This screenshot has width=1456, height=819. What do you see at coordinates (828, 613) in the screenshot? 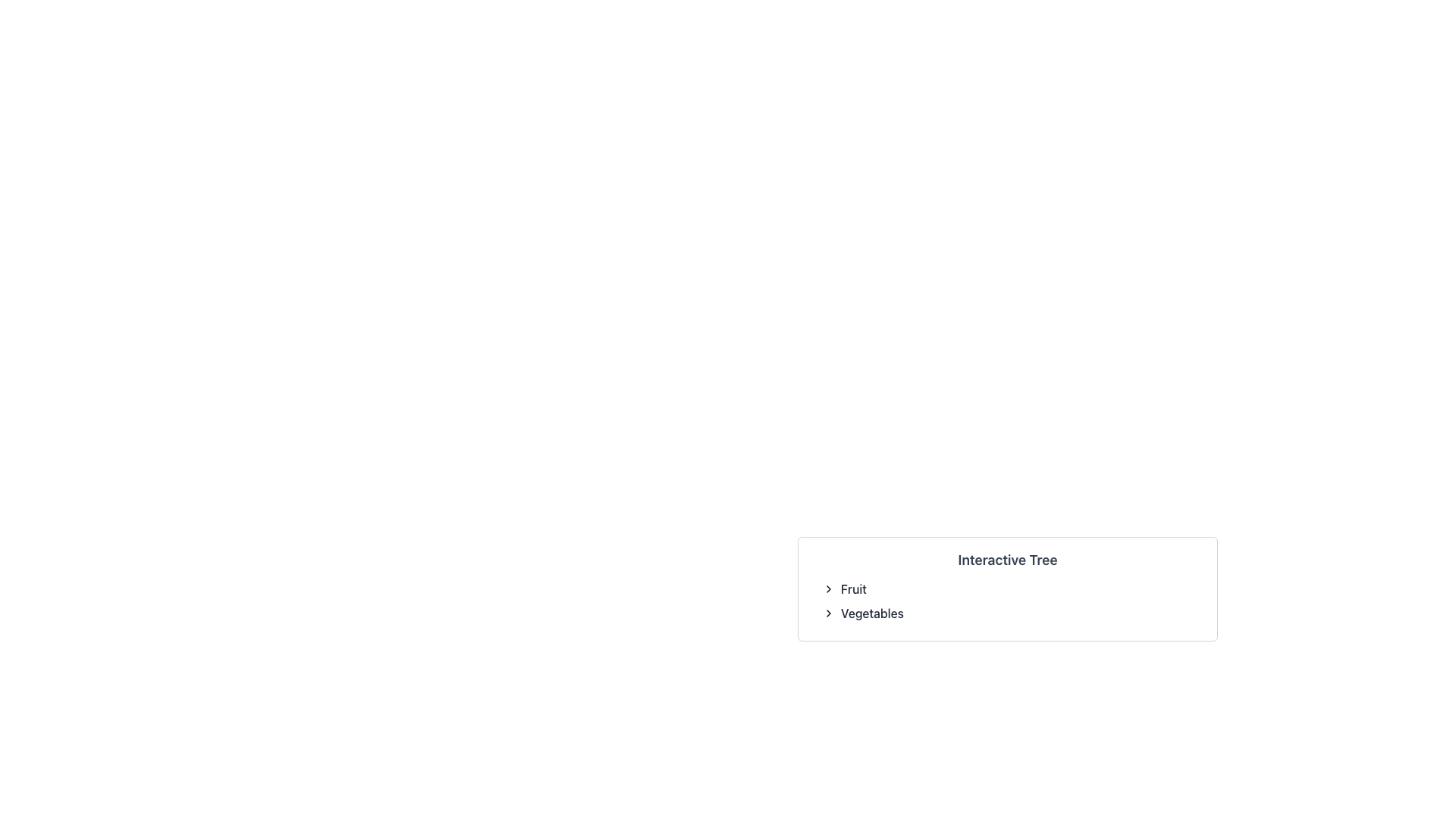
I see `the chevron icon that indicates the expandable/collapsible function for the 'Vegetables' section in the interactive tree menu` at bounding box center [828, 613].